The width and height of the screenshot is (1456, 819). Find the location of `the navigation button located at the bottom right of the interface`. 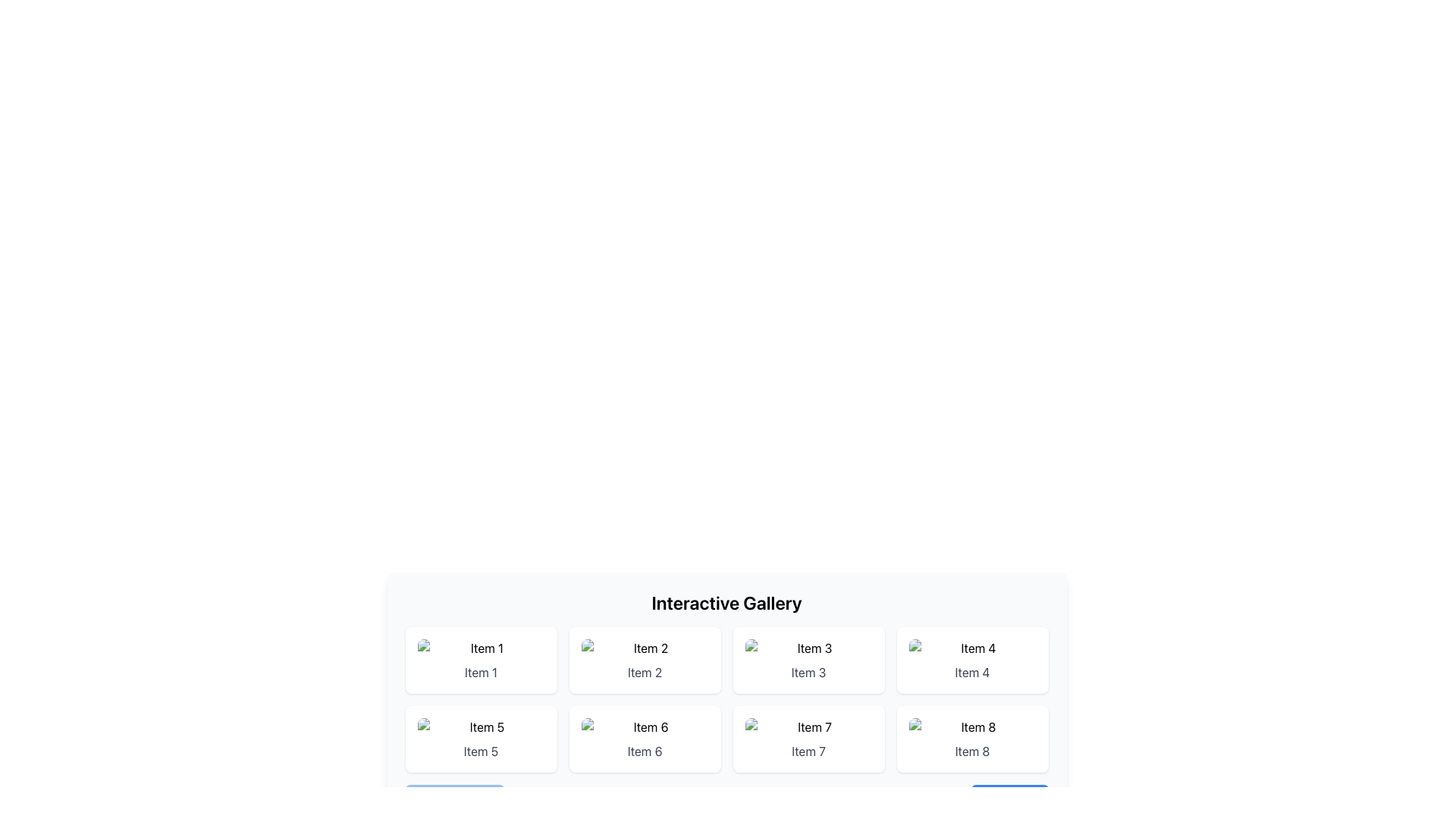

the navigation button located at the bottom right of the interface is located at coordinates (1009, 799).